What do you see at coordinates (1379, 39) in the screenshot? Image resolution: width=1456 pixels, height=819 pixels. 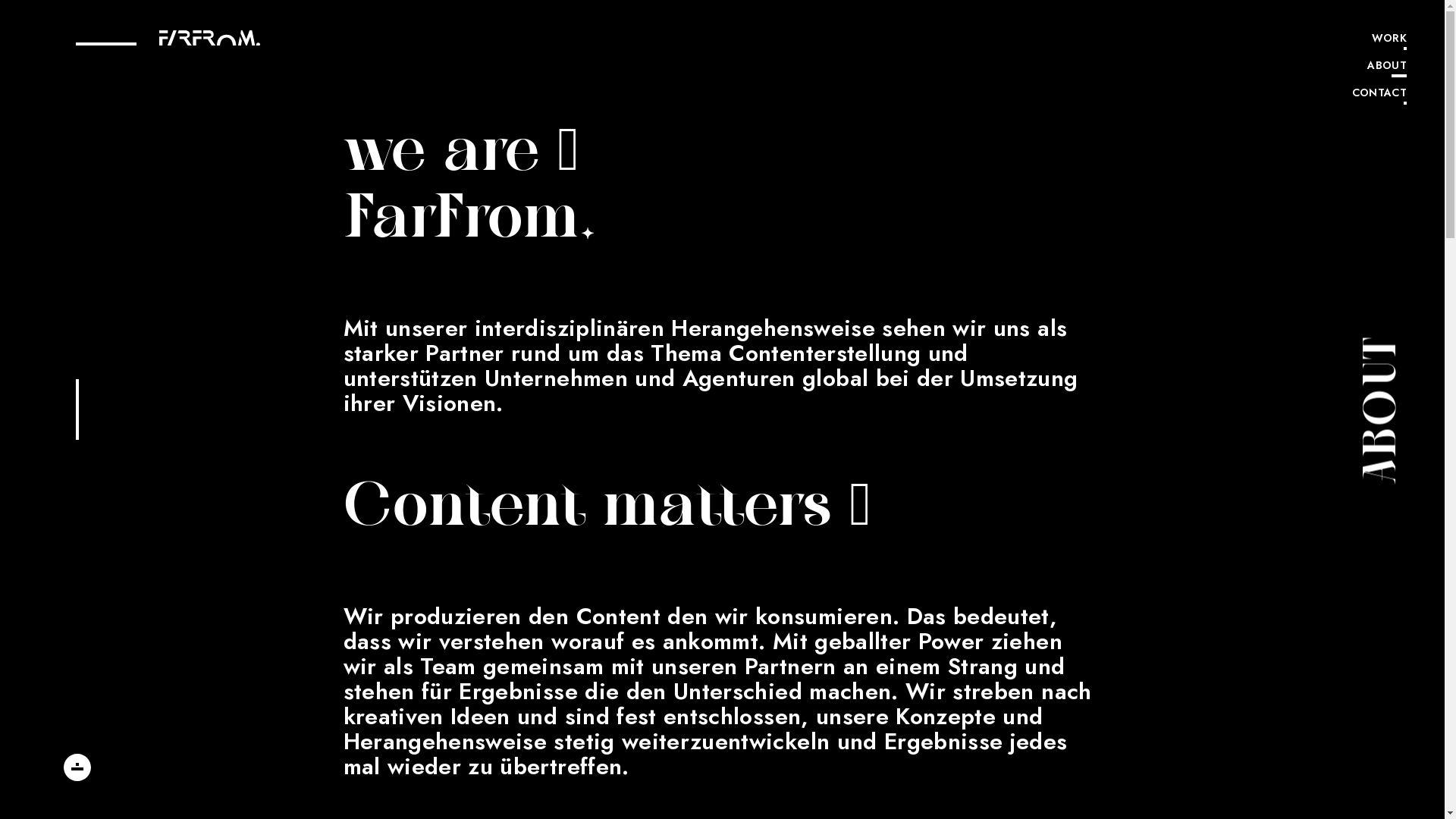 I see `'WORK'` at bounding box center [1379, 39].